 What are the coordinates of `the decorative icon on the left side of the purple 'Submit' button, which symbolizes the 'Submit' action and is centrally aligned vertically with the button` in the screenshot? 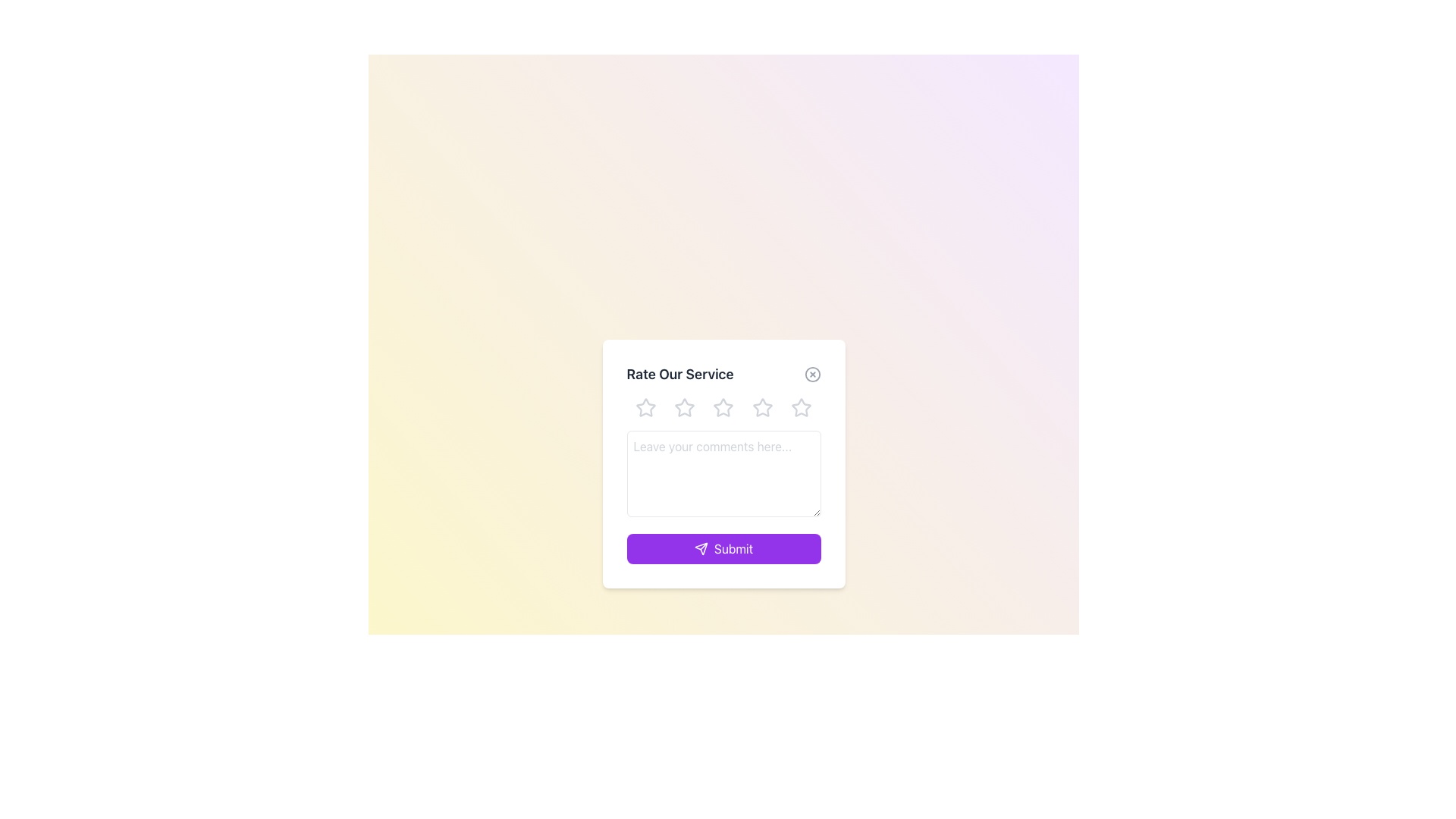 It's located at (700, 549).